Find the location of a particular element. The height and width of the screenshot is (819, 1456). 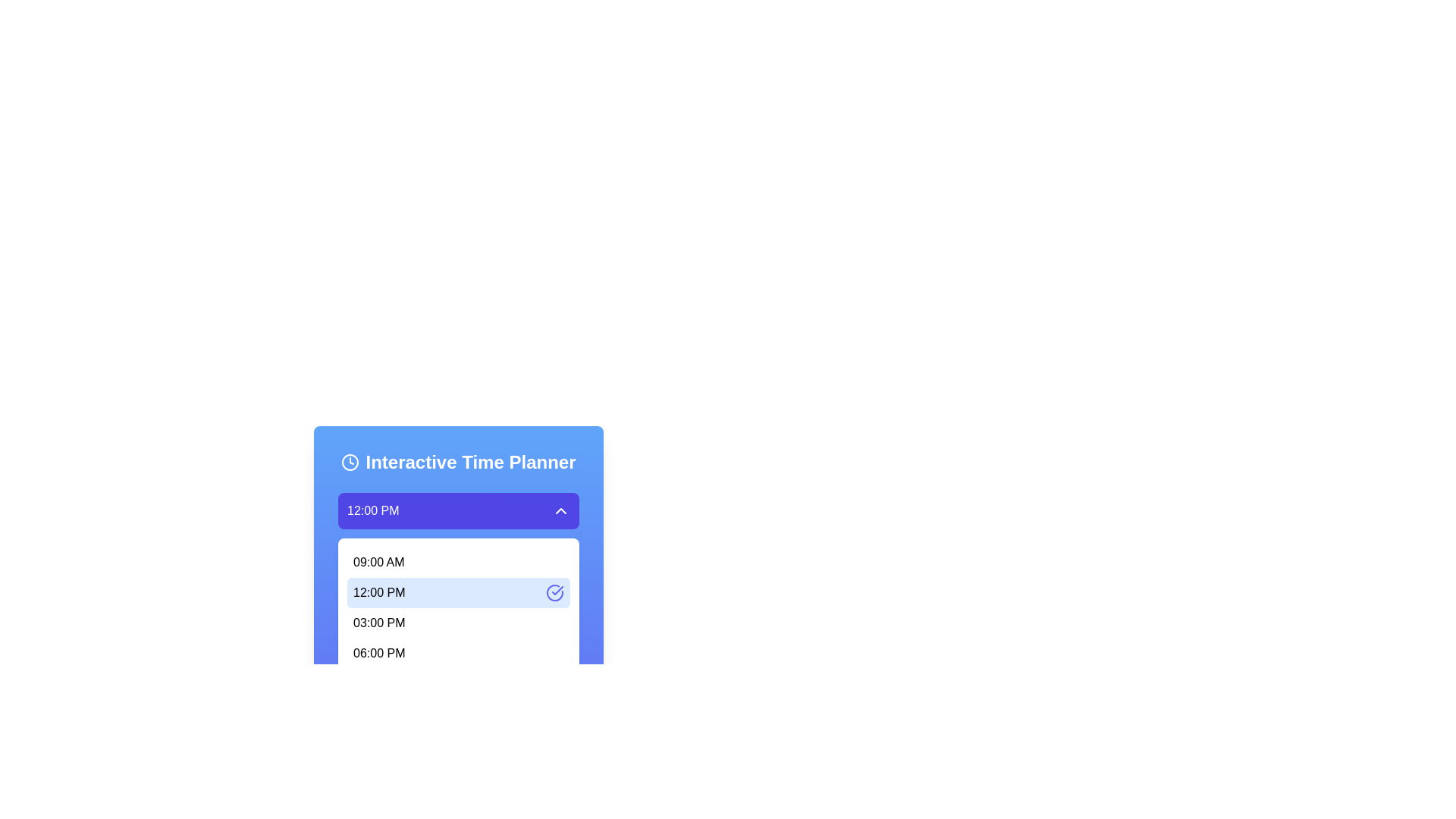

the static text element displaying '03:00 PM', which is the third time slot in a dropdown menu of a time planner interface, positioned between '12:00 PM' and '06:00 PM' is located at coordinates (379, 623).